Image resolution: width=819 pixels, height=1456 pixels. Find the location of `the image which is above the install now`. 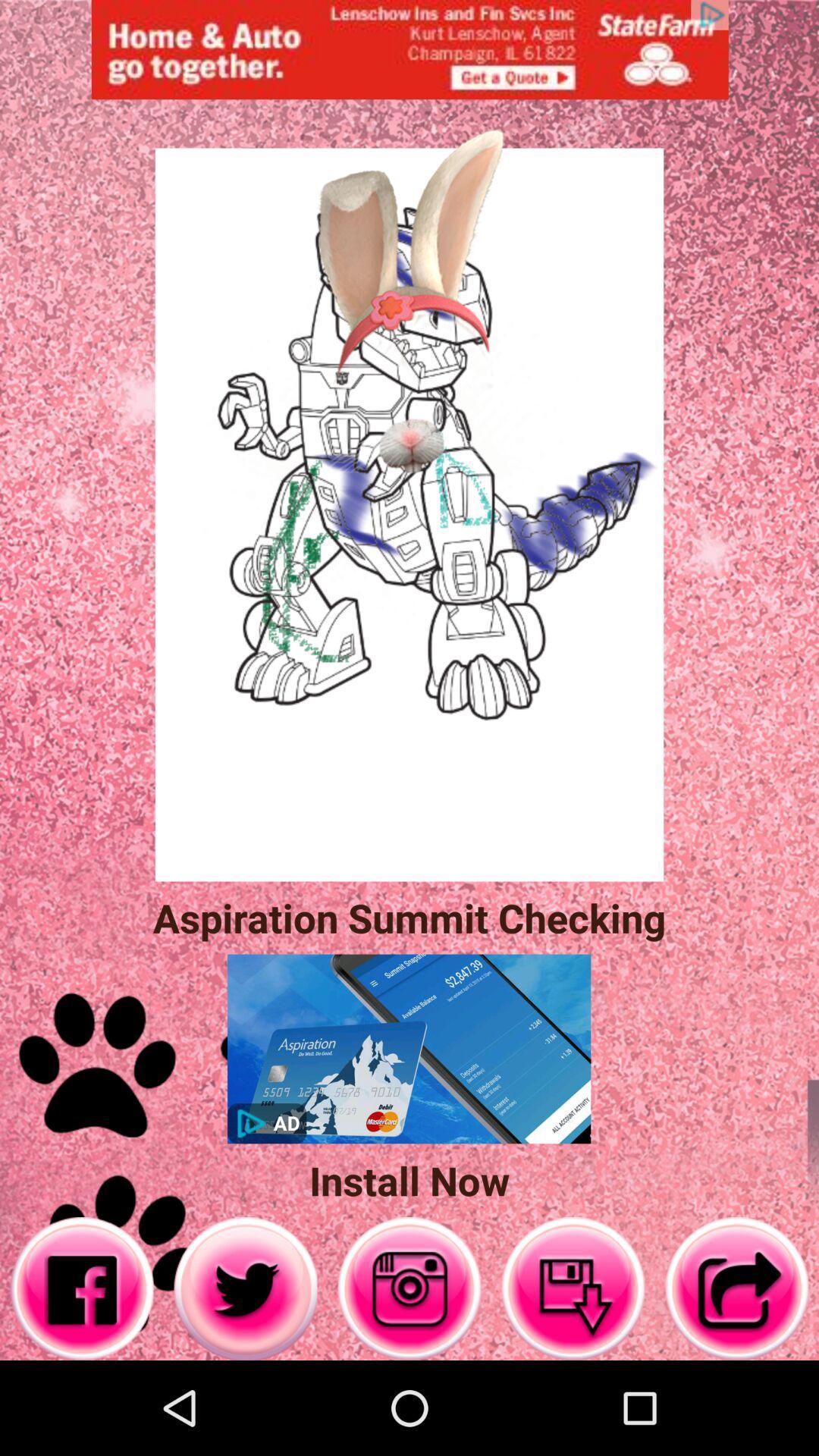

the image which is above the install now is located at coordinates (408, 1048).